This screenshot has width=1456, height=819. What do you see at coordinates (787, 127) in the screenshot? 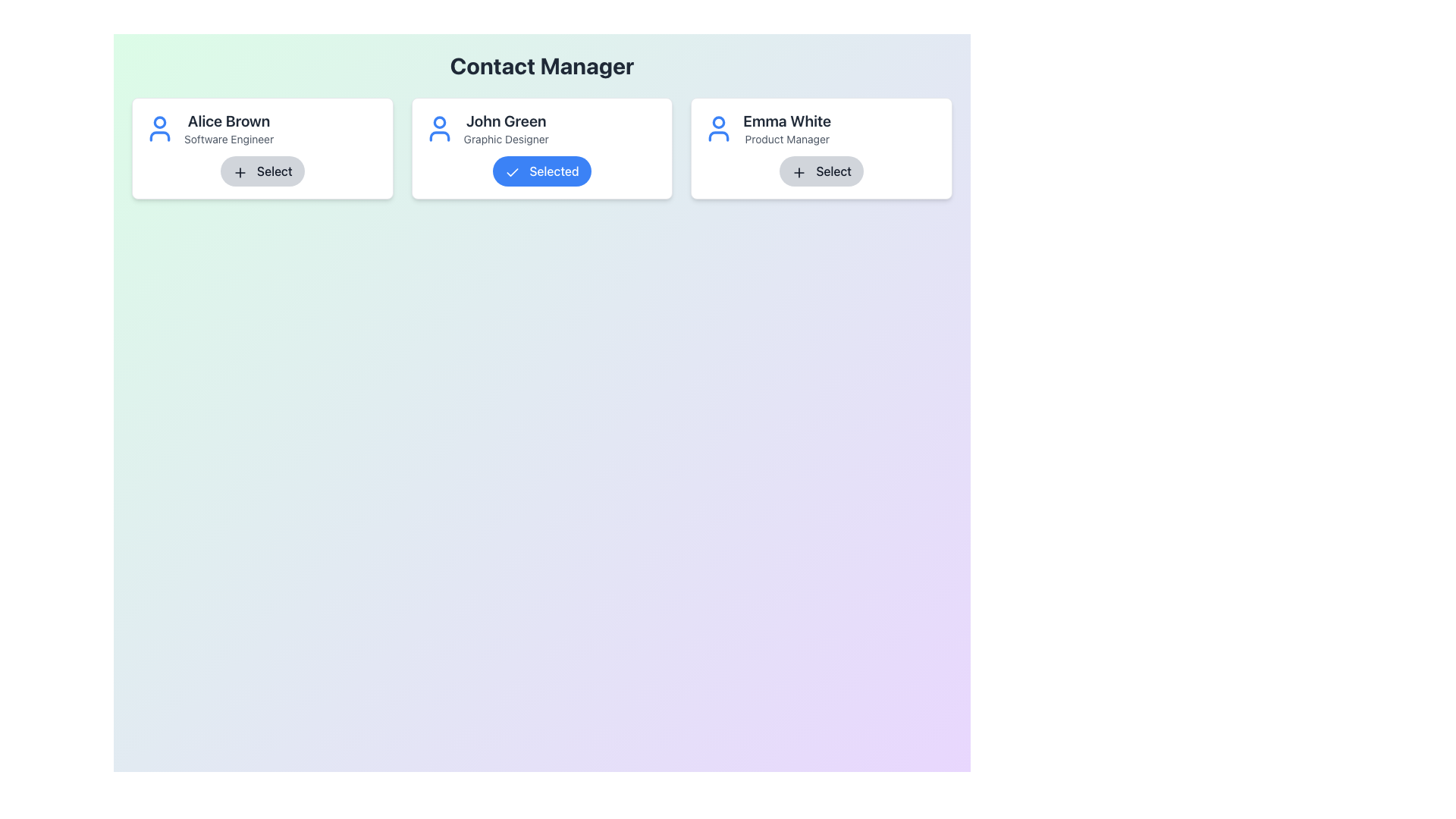
I see `the Textual Display element that shows the user's name and role, located at the top-right section of the user profile card` at bounding box center [787, 127].